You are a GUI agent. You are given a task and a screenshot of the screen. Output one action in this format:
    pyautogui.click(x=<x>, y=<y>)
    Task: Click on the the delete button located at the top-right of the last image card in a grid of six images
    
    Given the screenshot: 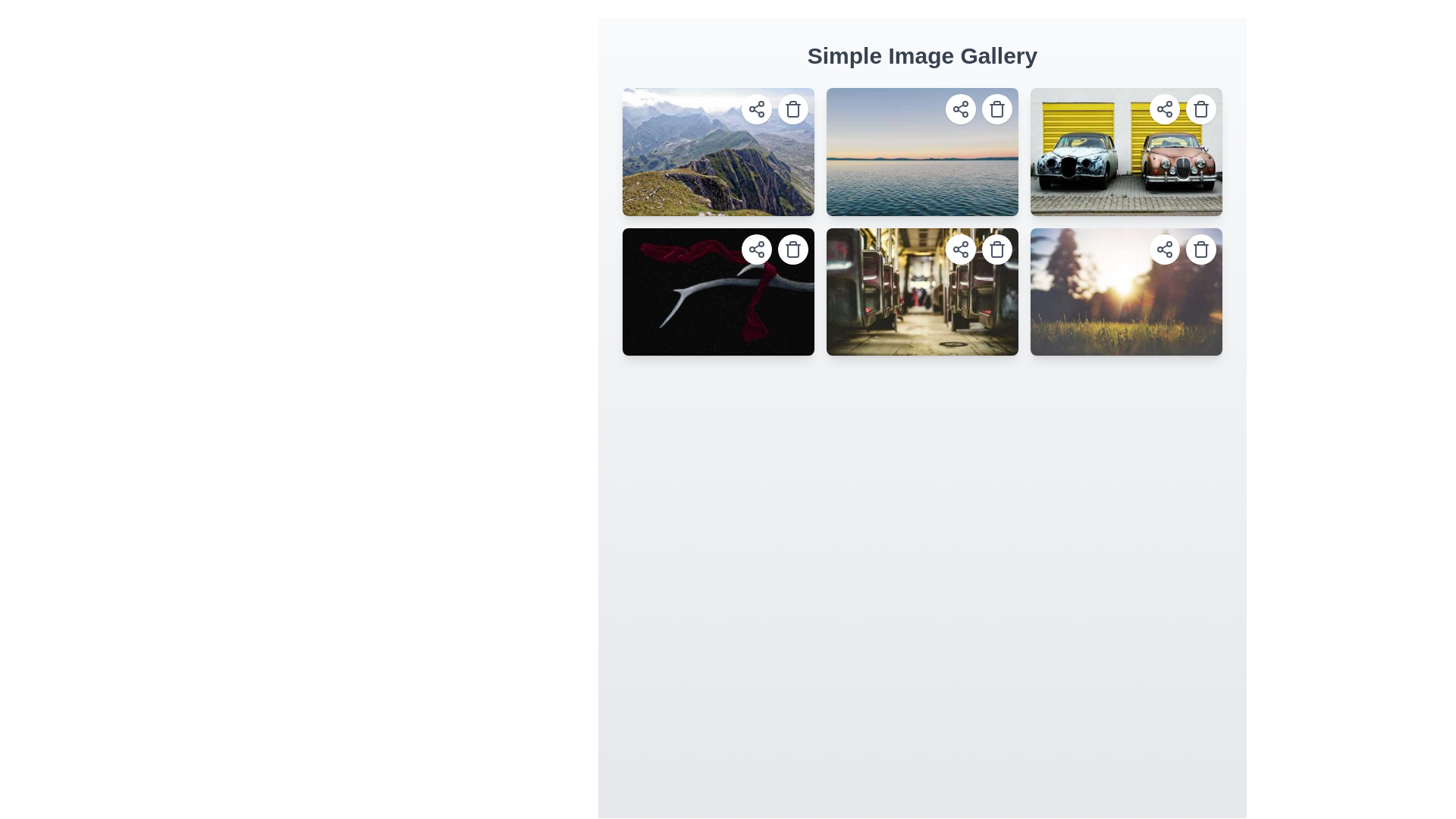 What is the action you would take?
    pyautogui.click(x=1200, y=247)
    